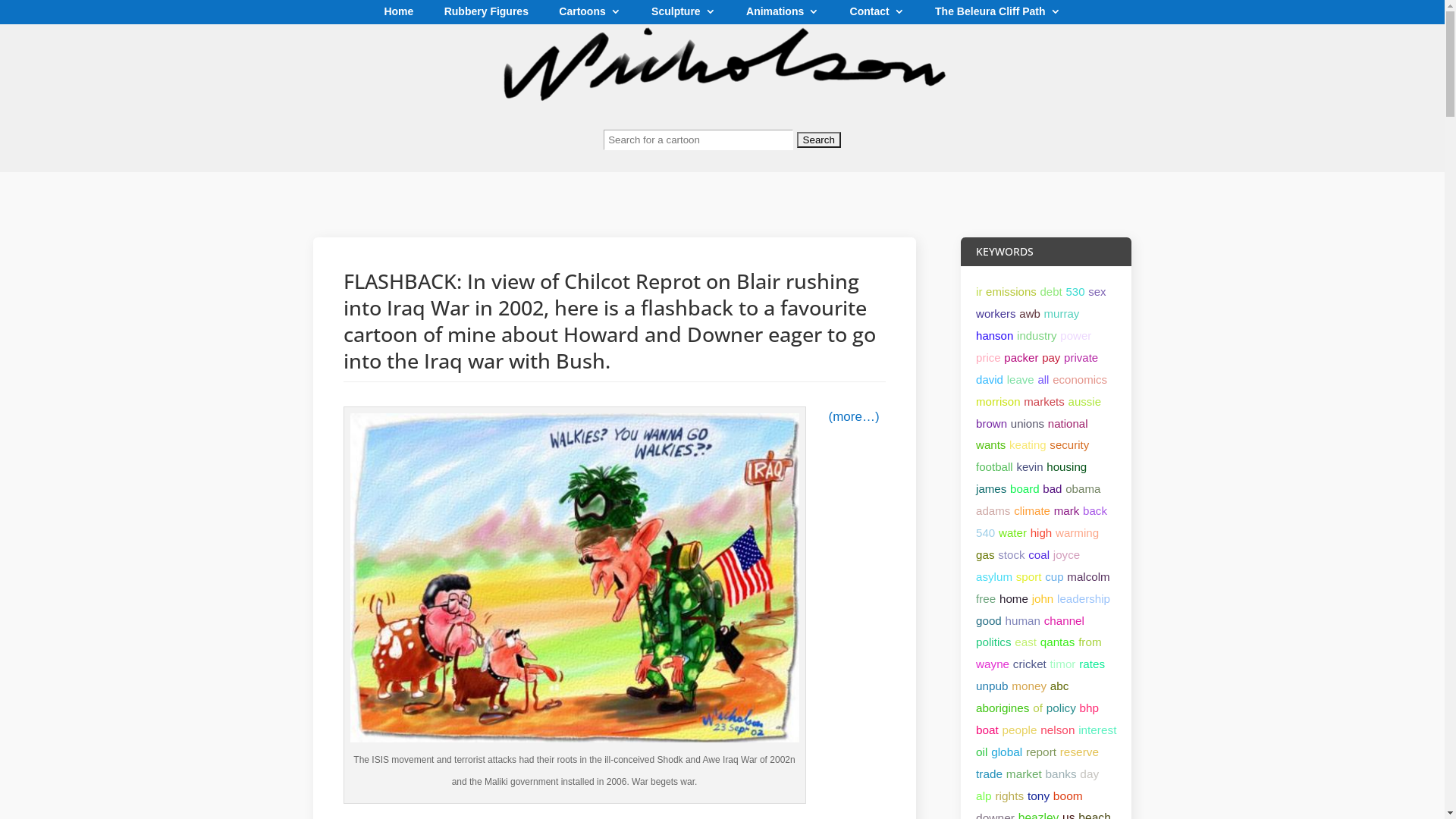 The width and height of the screenshot is (1456, 819). I want to click on 'workers', so click(996, 312).